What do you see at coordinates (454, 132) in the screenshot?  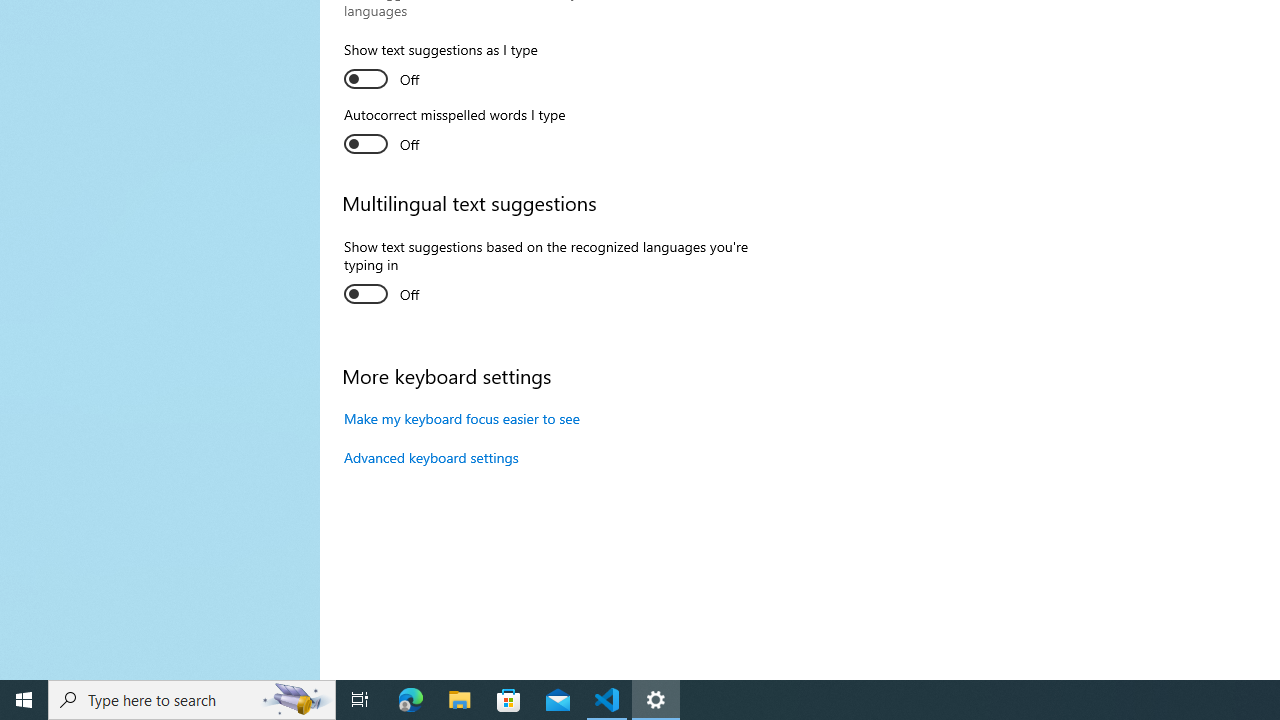 I see `'Autocorrect misspelled words I type'` at bounding box center [454, 132].